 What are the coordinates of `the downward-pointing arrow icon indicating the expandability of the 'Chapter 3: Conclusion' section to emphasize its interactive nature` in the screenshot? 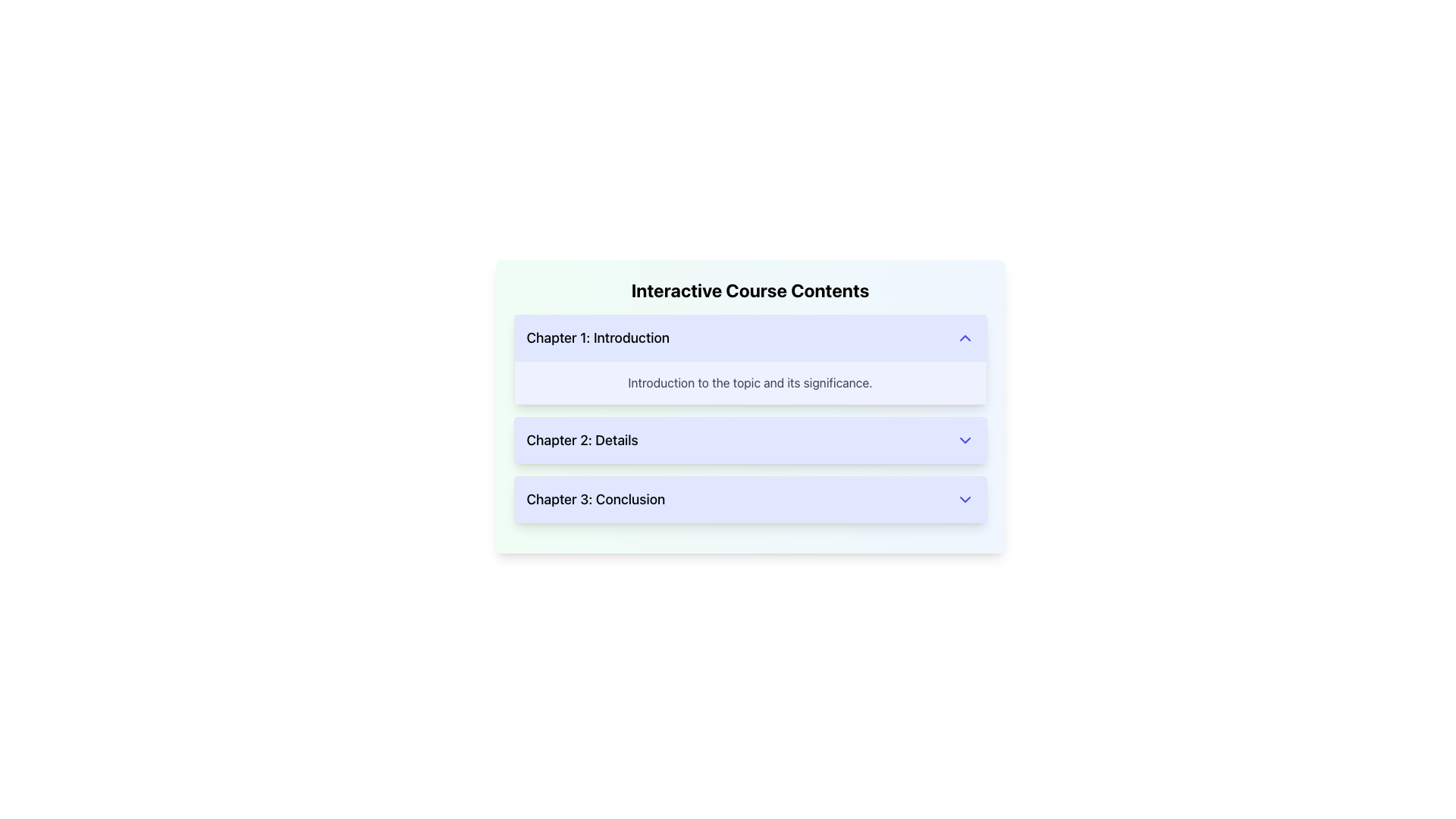 It's located at (964, 500).